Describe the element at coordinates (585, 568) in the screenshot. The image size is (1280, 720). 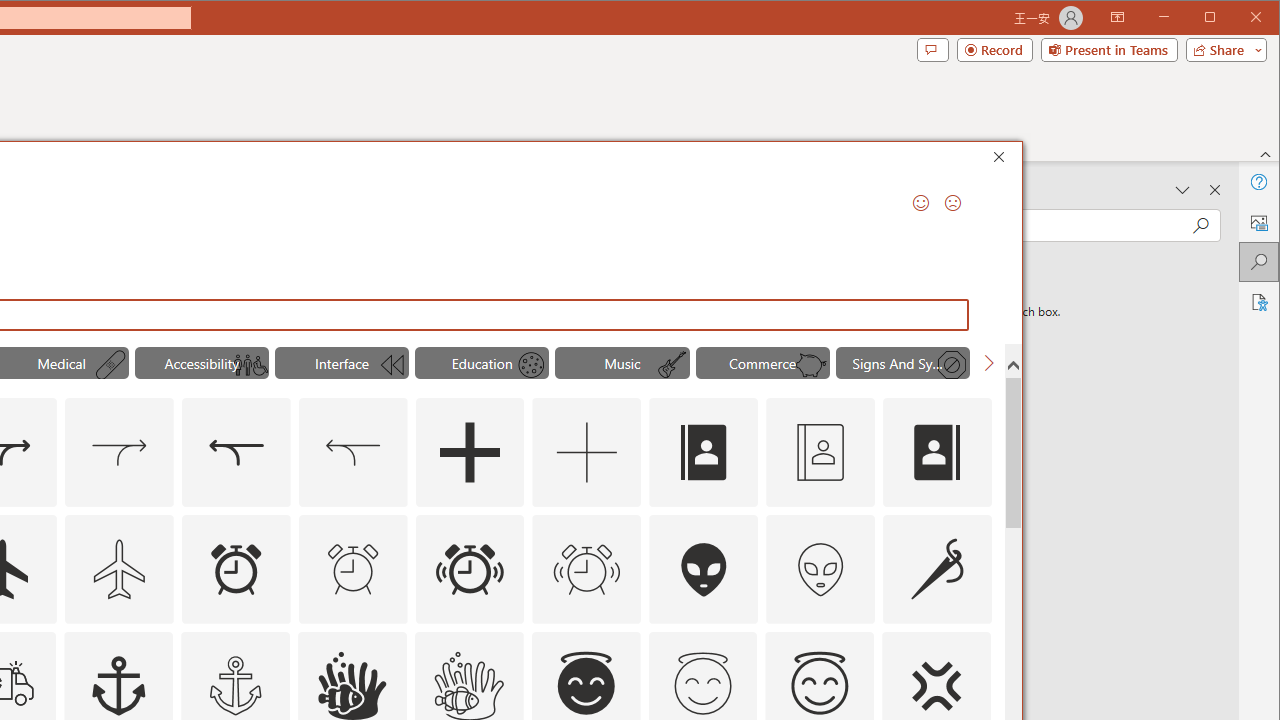
I see `'AutomationID: Icons_AlarmRinging_M'` at that location.